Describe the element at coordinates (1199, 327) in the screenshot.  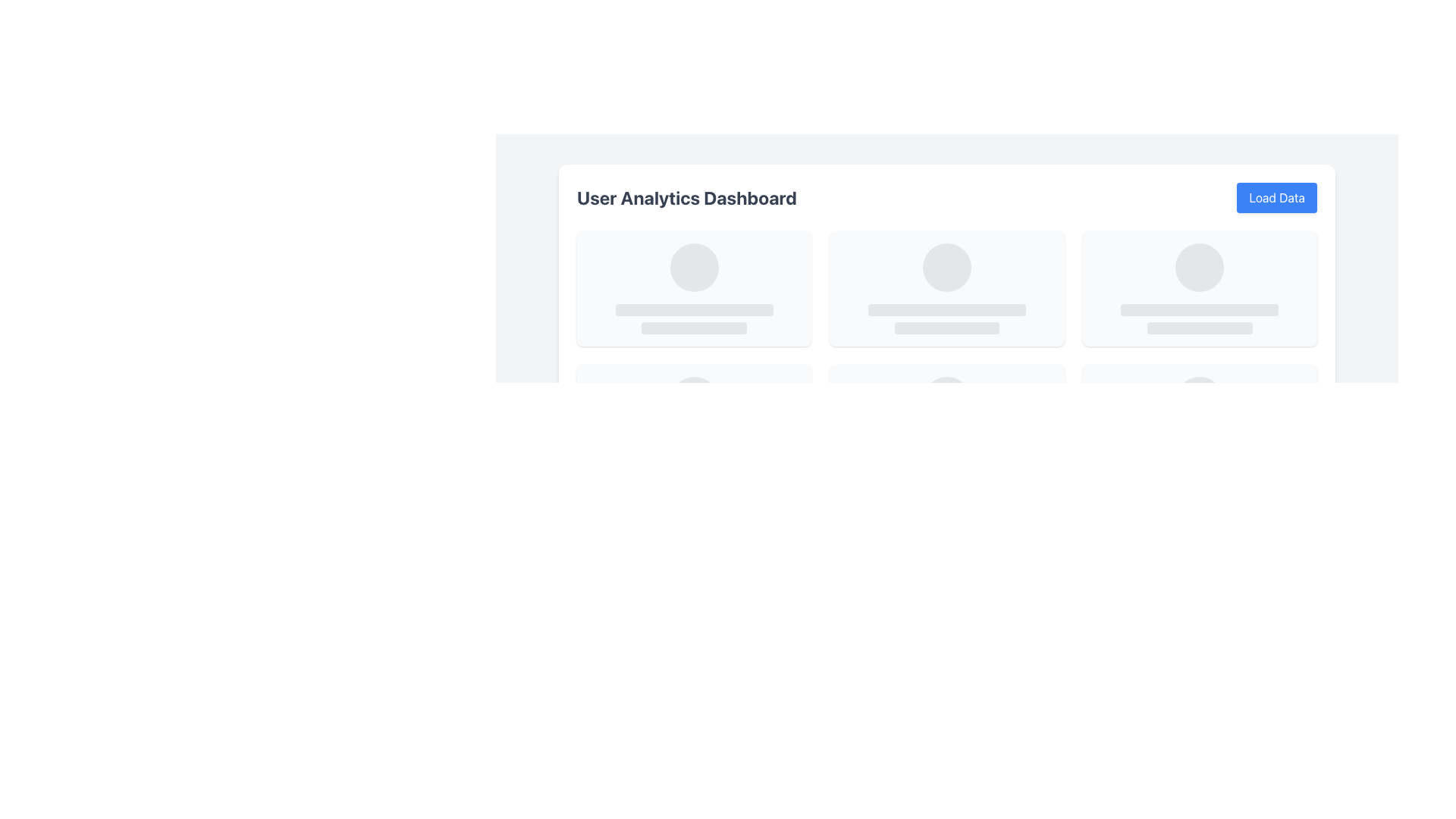
I see `the narrow rectangular placeholder with rounded corners that is light gray and positioned below a wider placeholder` at that location.